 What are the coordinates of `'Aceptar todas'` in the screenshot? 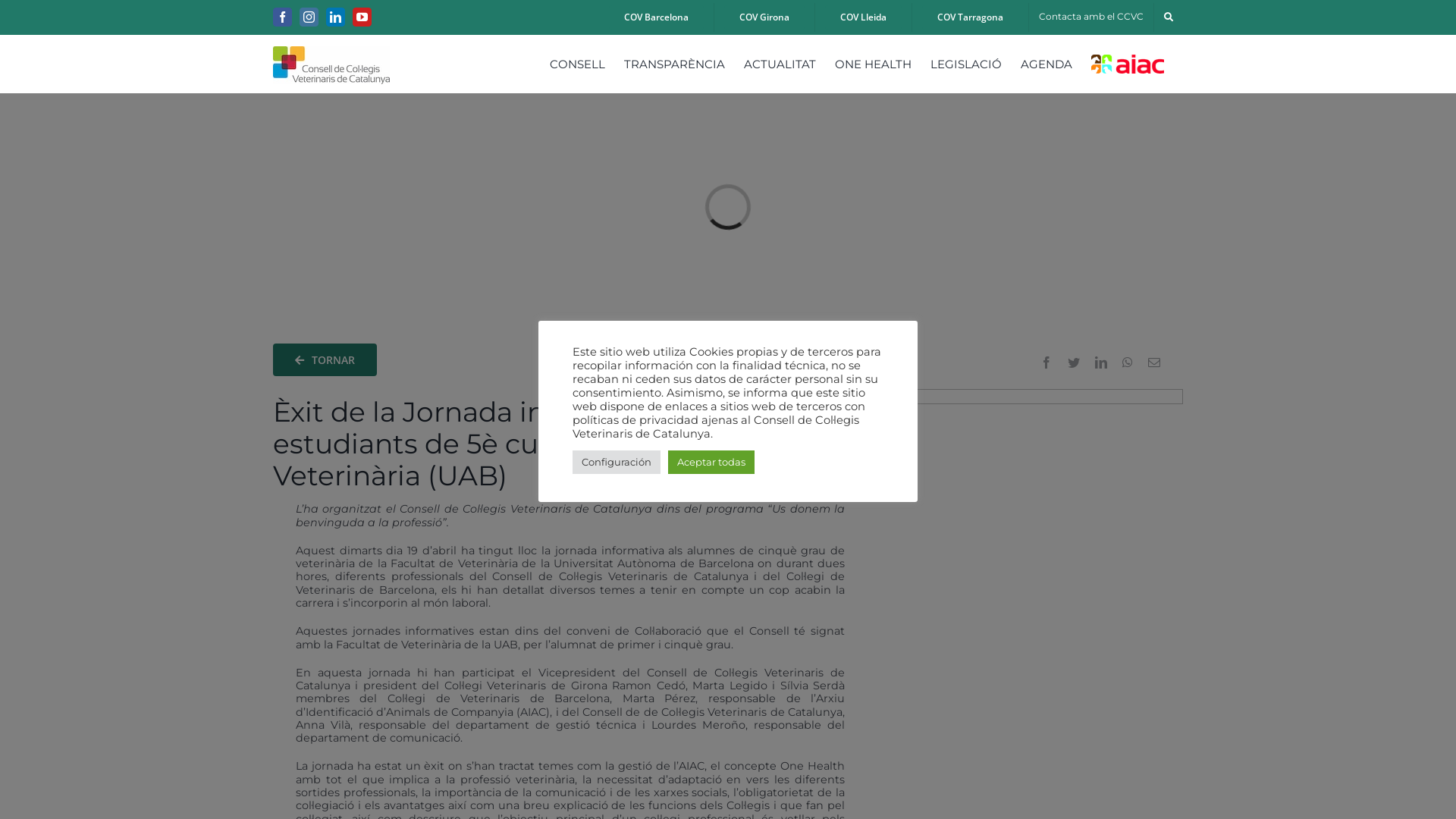 It's located at (710, 461).